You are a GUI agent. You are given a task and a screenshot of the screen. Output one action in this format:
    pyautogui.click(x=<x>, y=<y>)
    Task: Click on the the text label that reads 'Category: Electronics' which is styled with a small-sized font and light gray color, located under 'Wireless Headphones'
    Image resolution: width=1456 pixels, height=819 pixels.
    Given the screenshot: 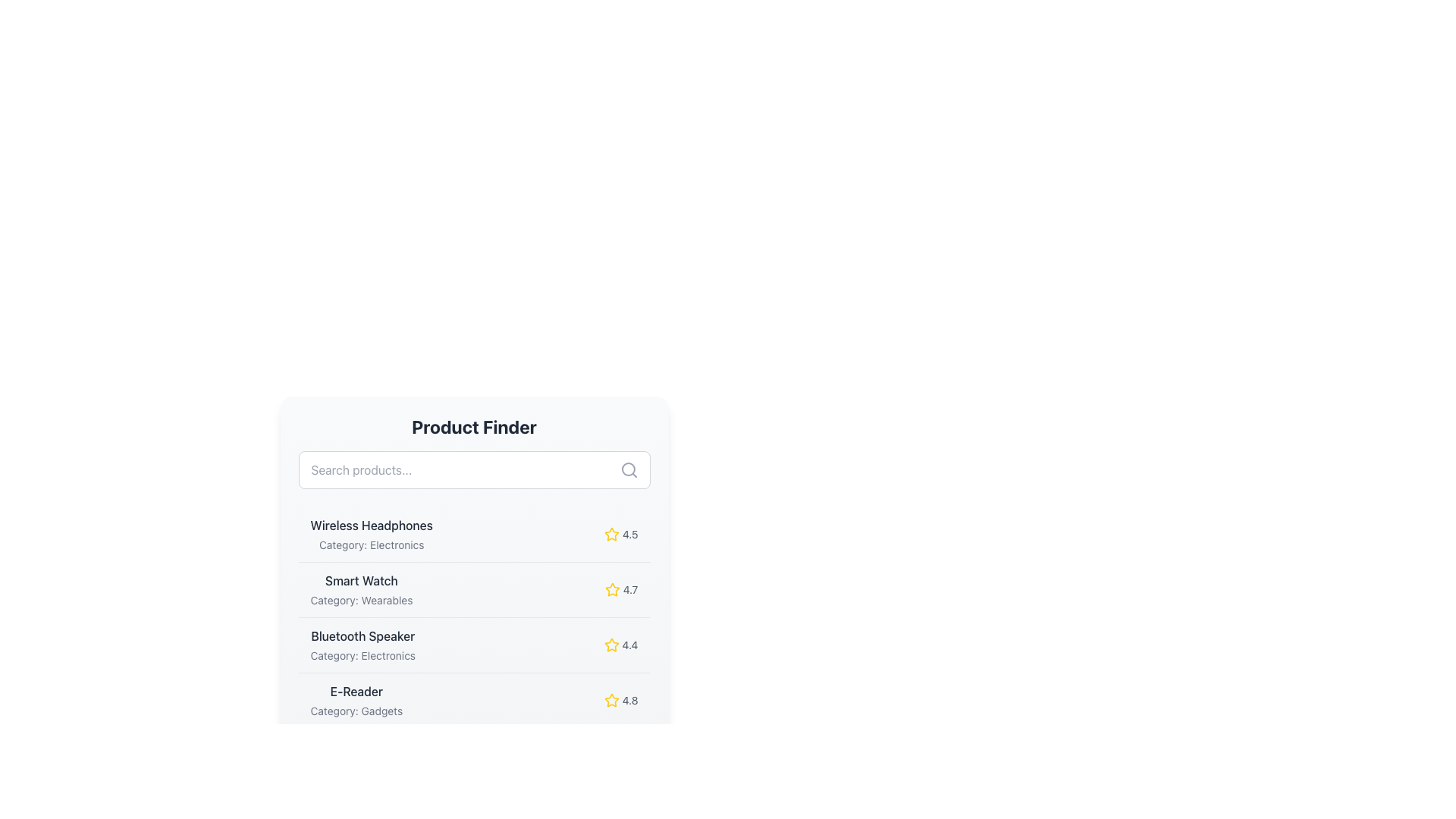 What is the action you would take?
    pyautogui.click(x=372, y=544)
    